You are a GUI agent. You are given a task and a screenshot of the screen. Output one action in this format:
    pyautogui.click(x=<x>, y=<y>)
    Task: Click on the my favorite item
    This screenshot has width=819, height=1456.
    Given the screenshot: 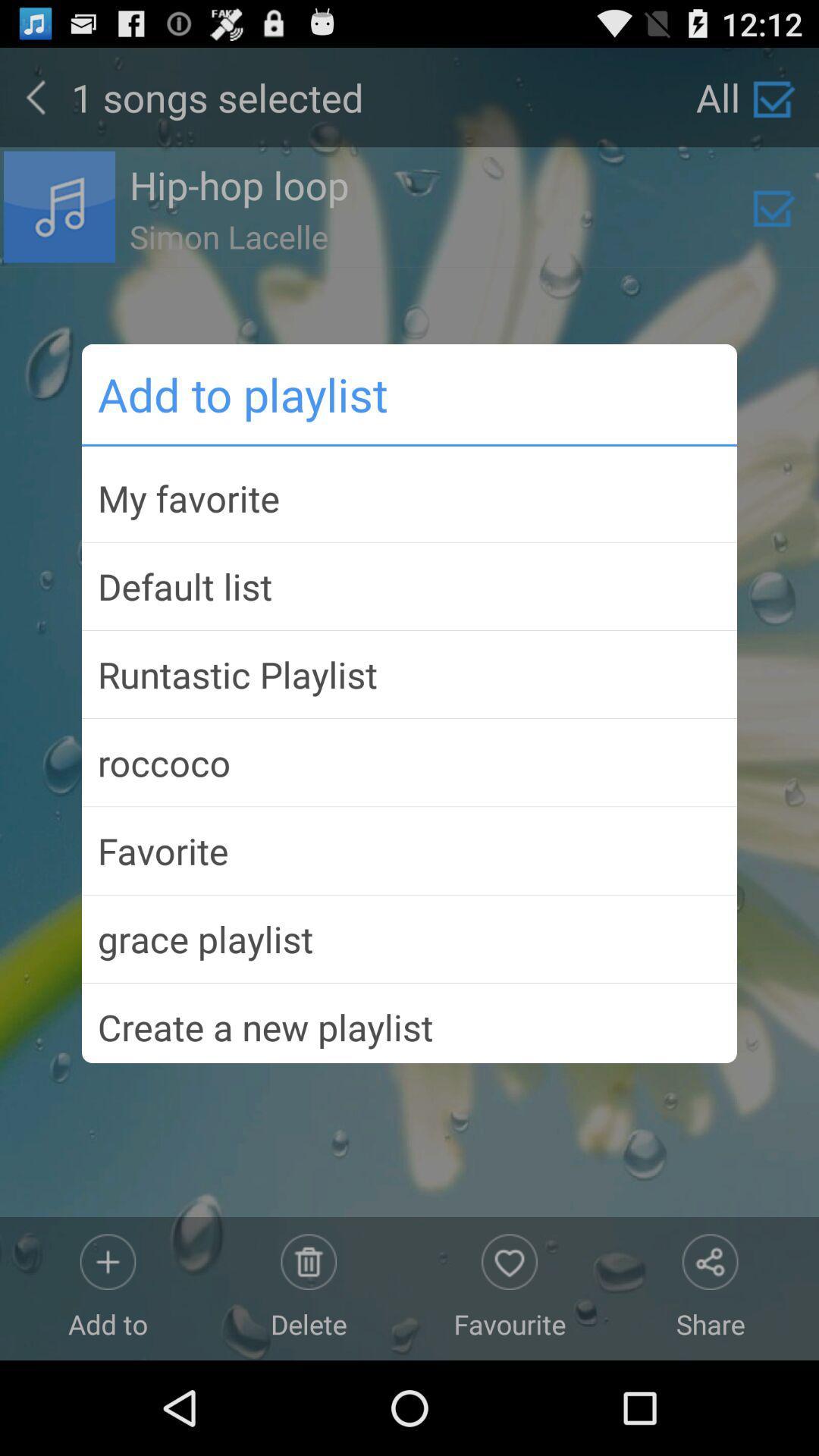 What is the action you would take?
    pyautogui.click(x=409, y=498)
    